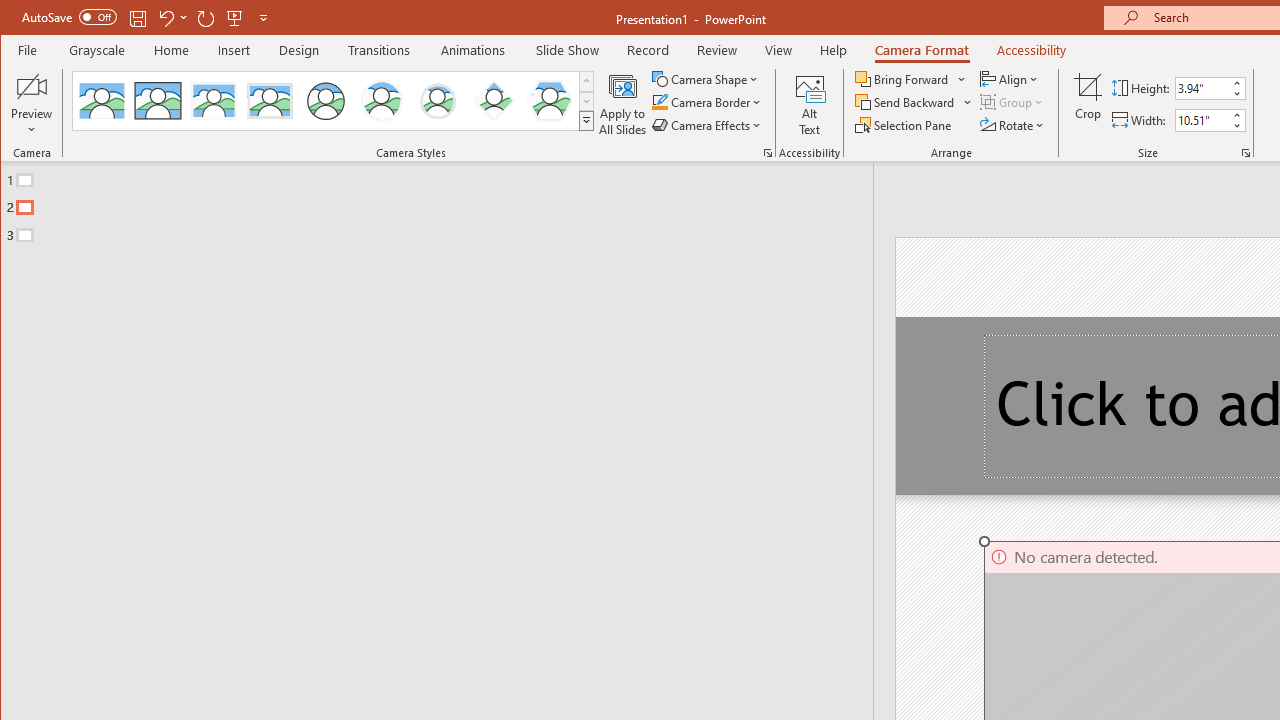  What do you see at coordinates (1245, 152) in the screenshot?
I see `'Size and Position...'` at bounding box center [1245, 152].